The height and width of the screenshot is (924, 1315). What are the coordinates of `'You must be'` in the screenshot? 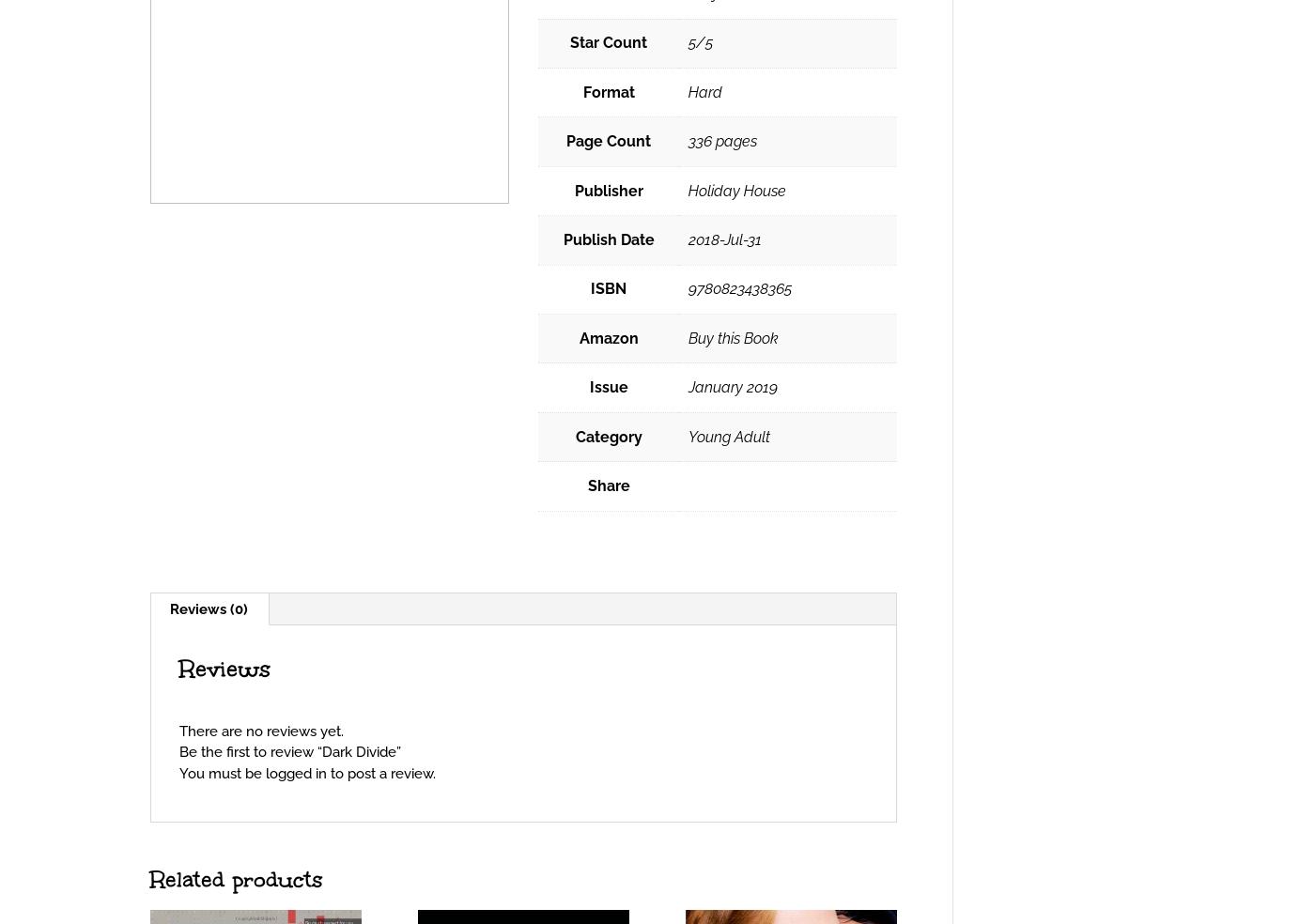 It's located at (223, 772).